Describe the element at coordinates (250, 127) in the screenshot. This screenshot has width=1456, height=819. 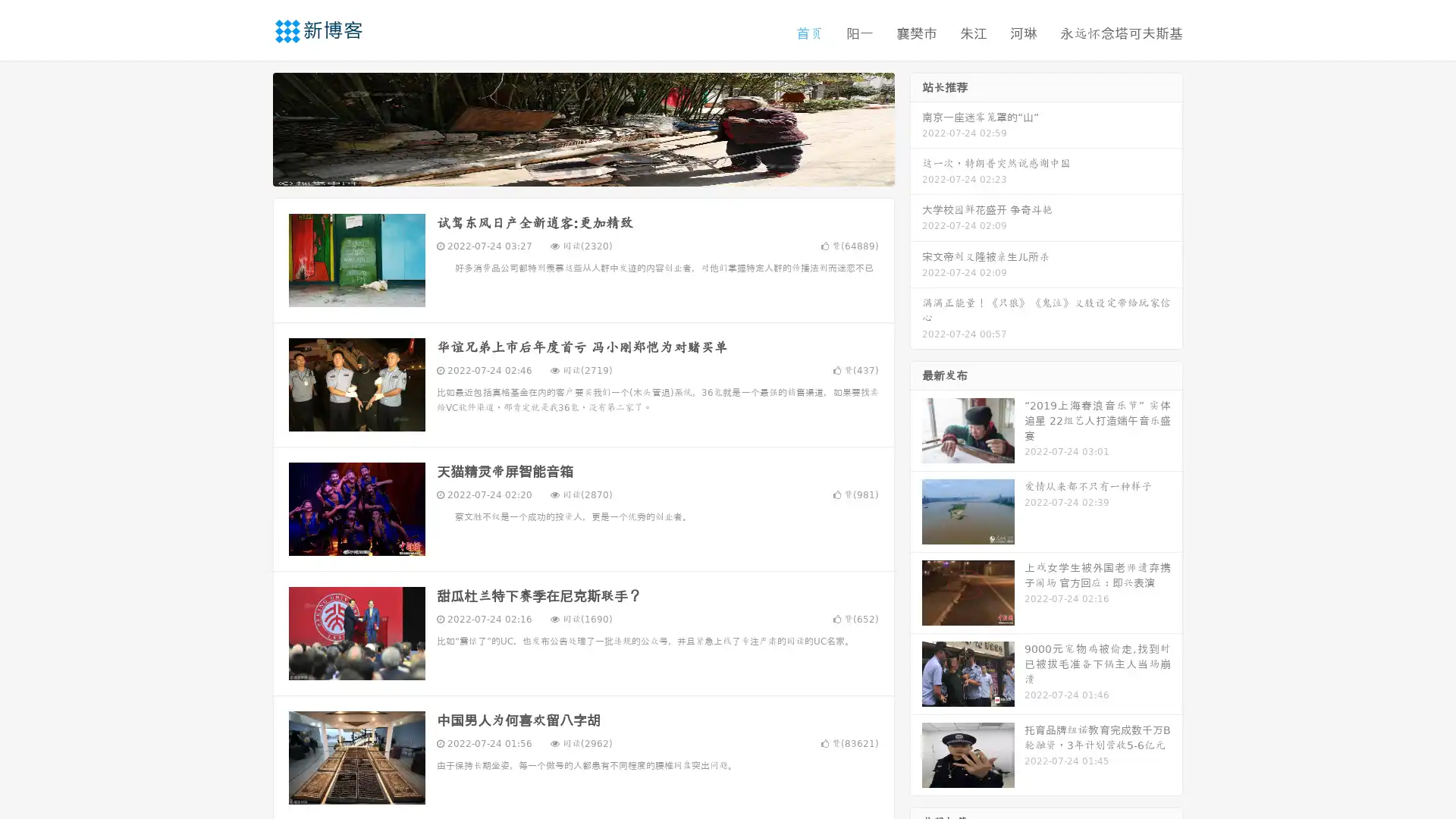
I see `Previous slide` at that location.